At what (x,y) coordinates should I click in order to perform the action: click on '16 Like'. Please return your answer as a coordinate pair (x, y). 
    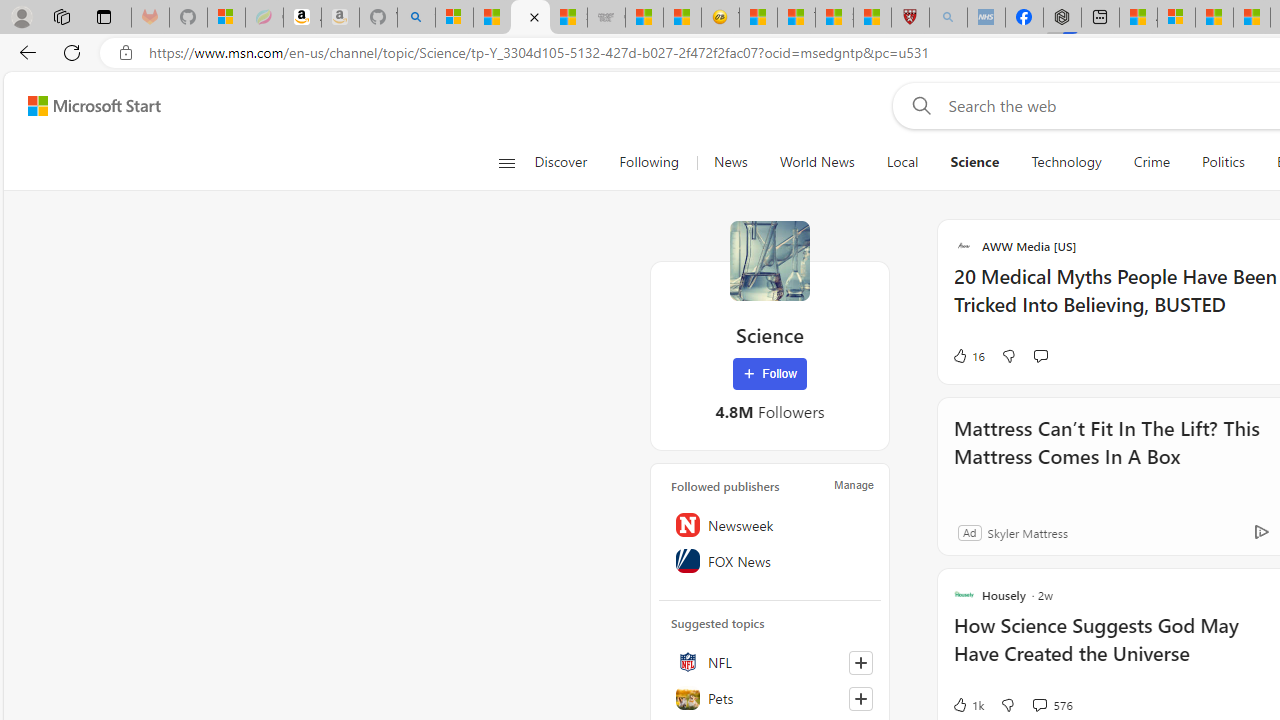
    Looking at the image, I should click on (968, 355).